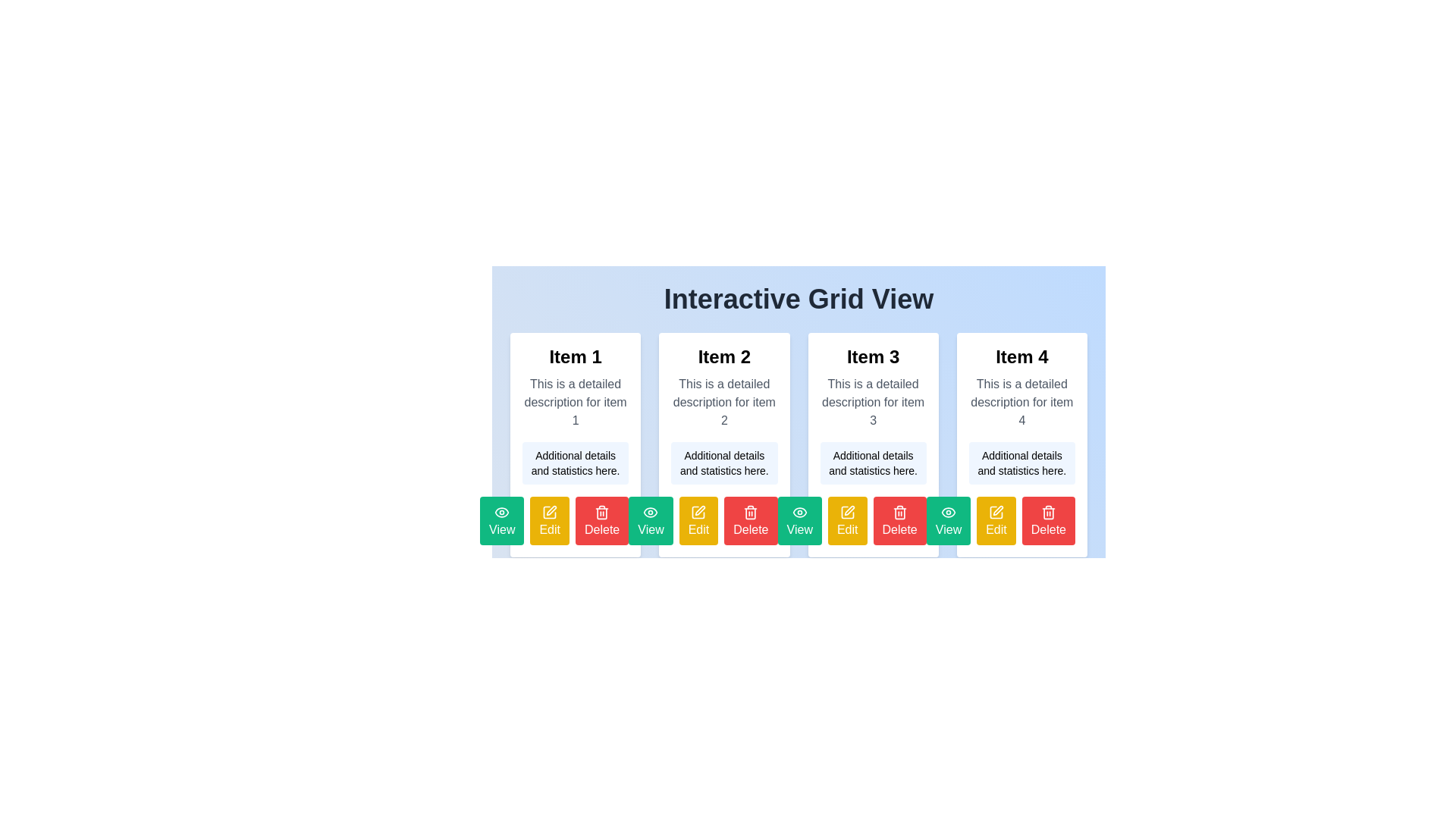 Image resolution: width=1456 pixels, height=819 pixels. Describe the element at coordinates (899, 519) in the screenshot. I see `the red 'Delete' button with rounded corners and a trash icon` at that location.